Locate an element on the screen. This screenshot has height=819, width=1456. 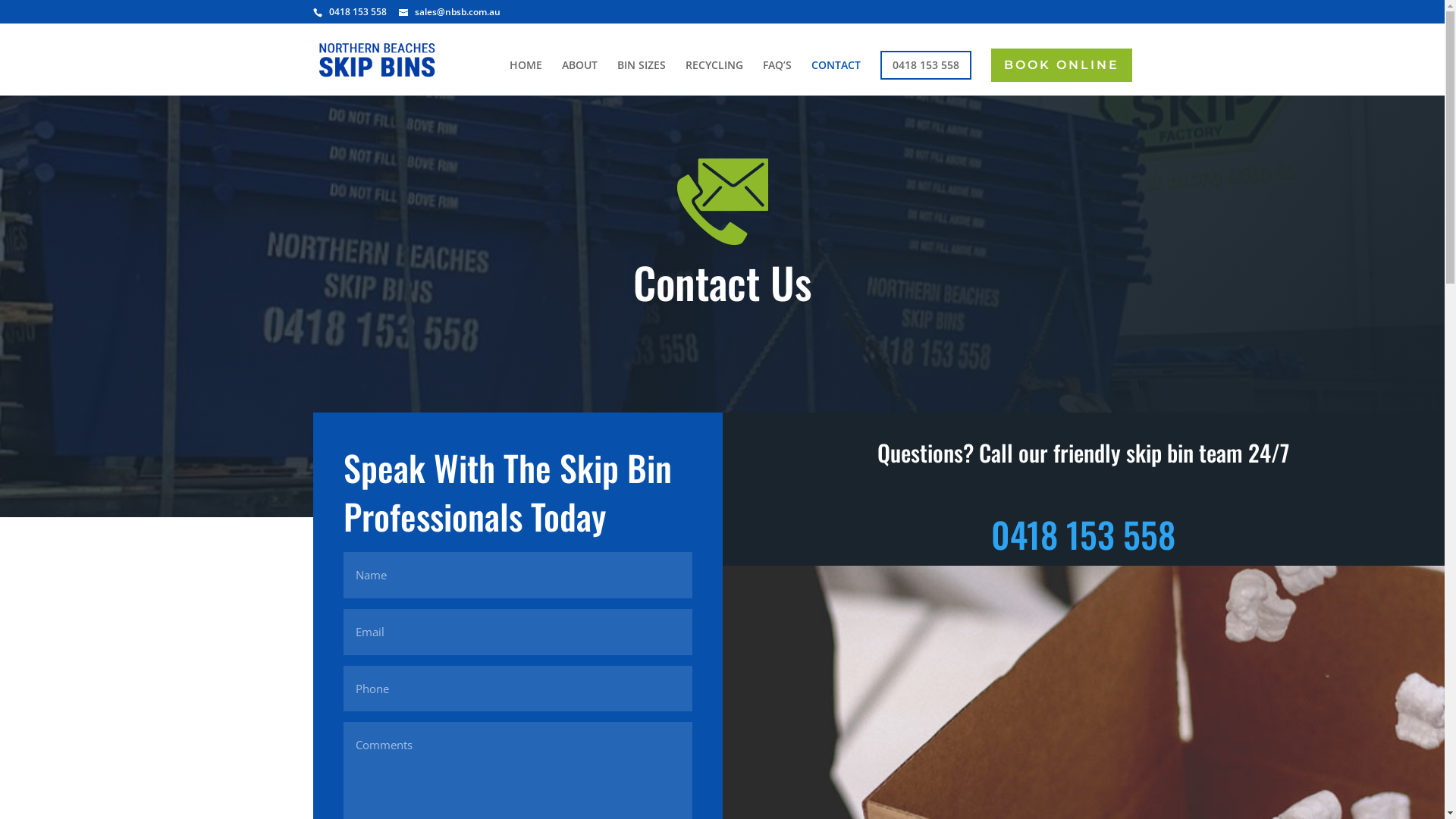
'ABOUT' is located at coordinates (578, 77).